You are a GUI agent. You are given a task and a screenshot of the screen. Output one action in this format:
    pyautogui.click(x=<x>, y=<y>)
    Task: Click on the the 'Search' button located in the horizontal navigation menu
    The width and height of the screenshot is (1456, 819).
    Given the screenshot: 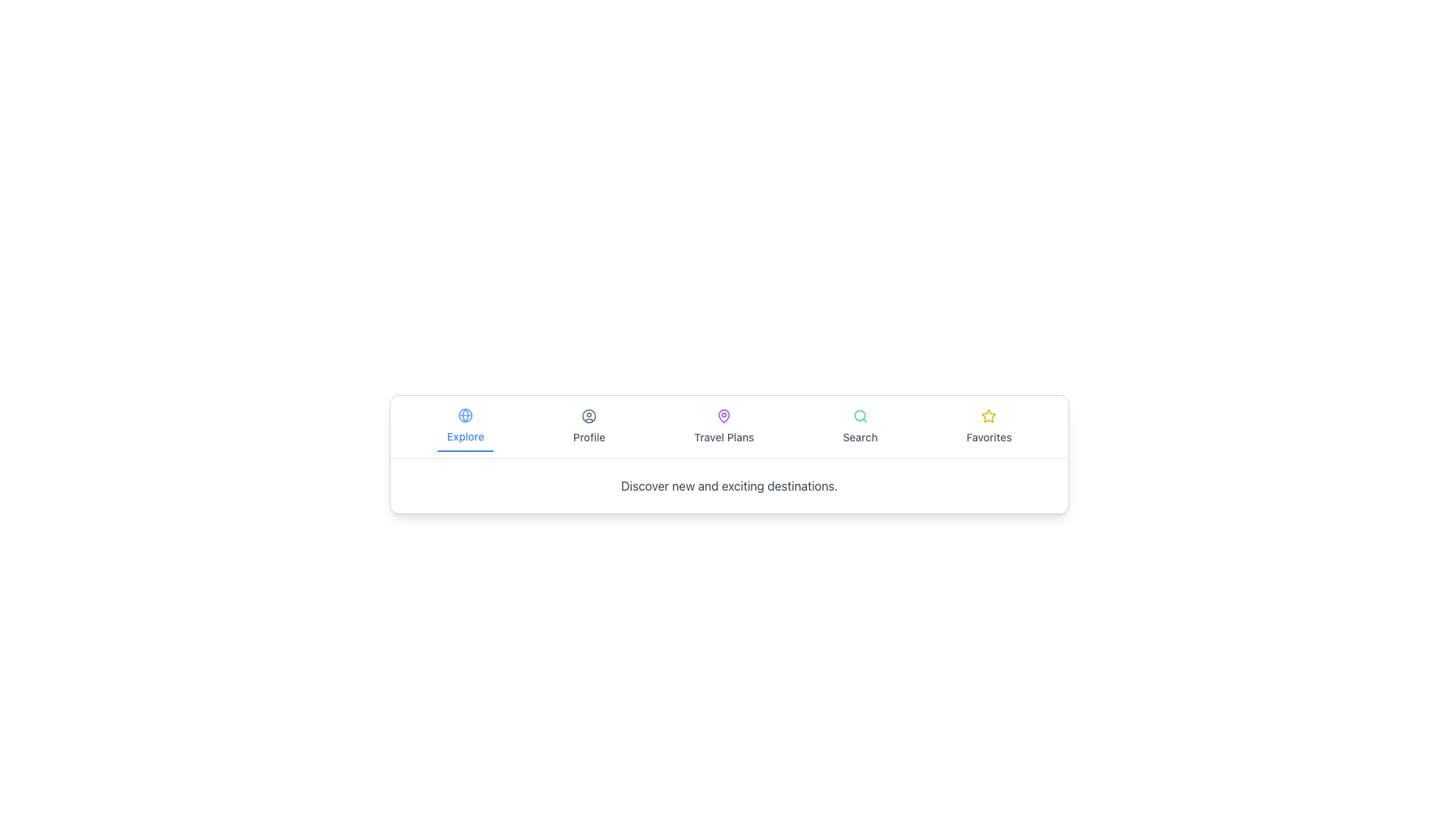 What is the action you would take?
    pyautogui.click(x=860, y=427)
    